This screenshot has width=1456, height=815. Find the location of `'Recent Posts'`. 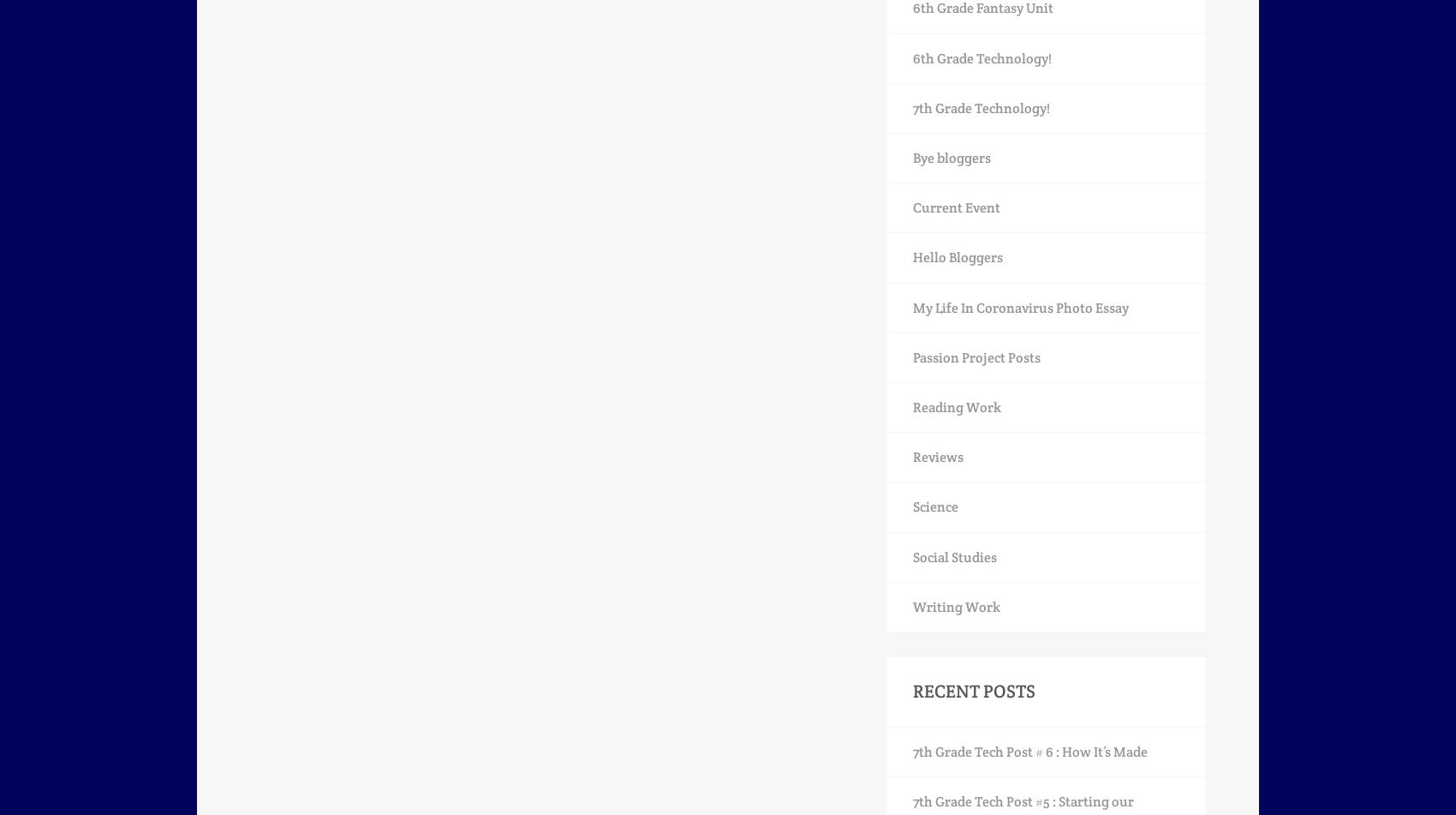

'Recent Posts' is located at coordinates (974, 689).